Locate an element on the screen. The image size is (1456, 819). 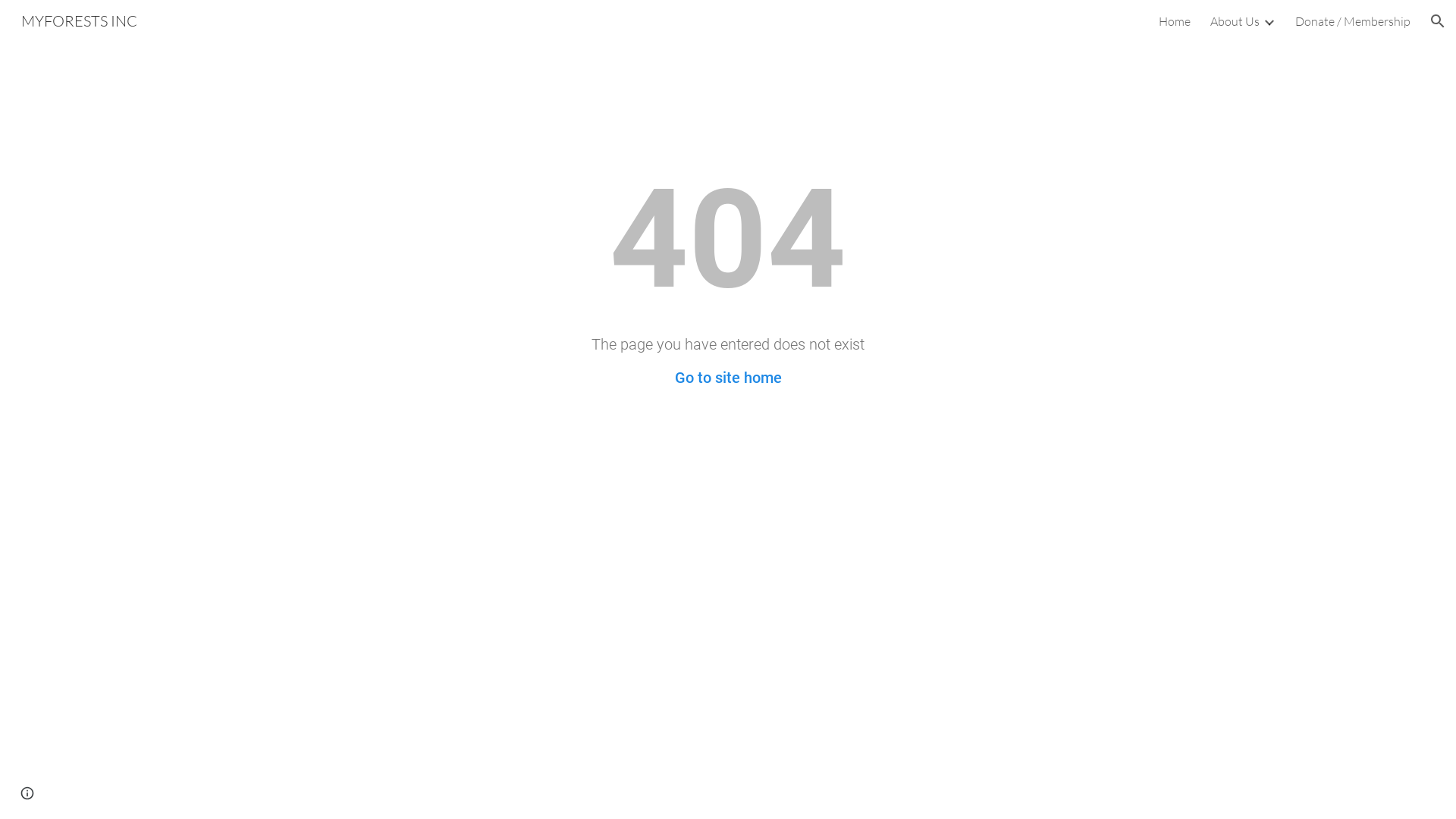
'Go to site home' is located at coordinates (728, 376).